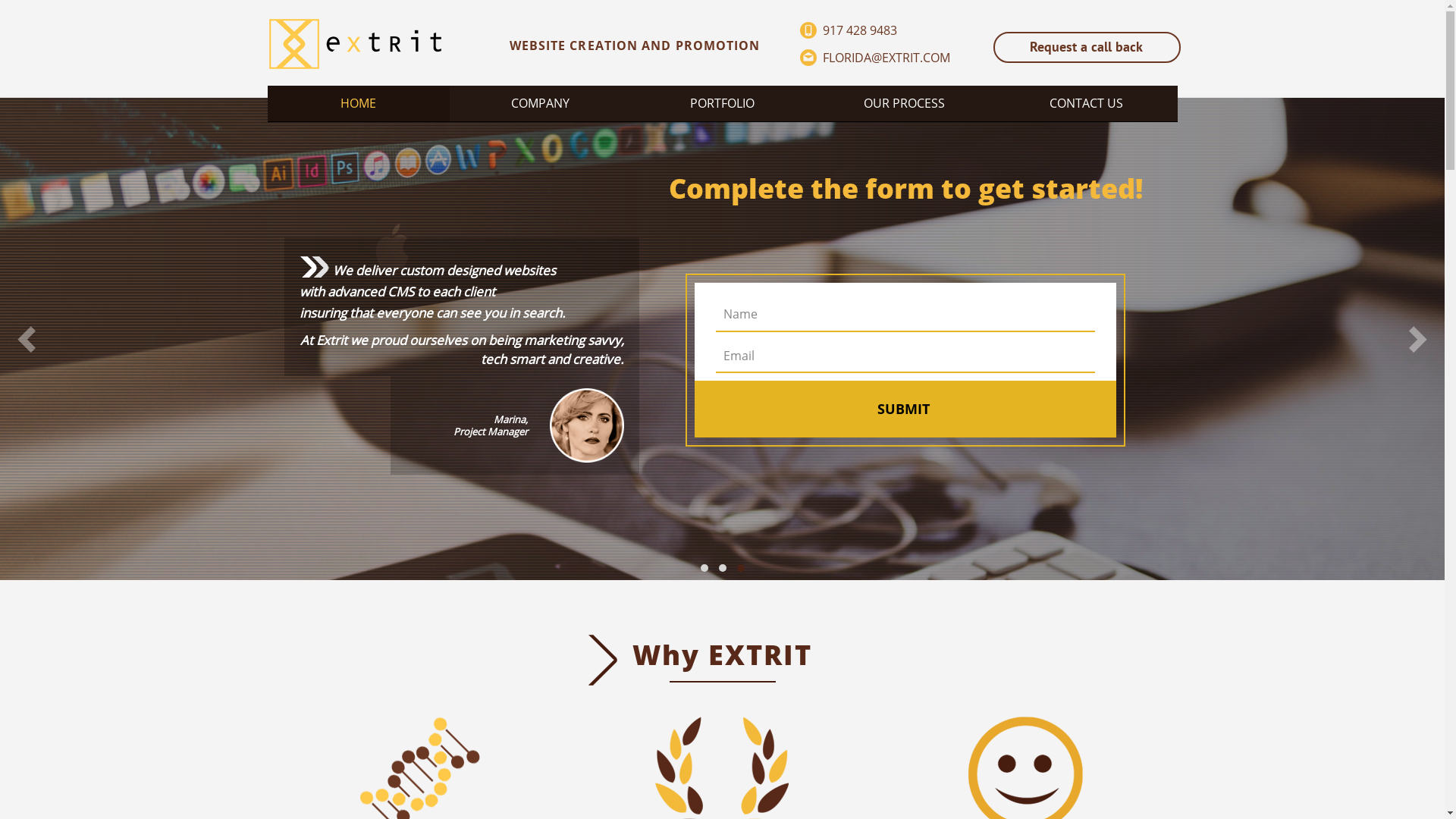  I want to click on 'Request a call back', so click(1086, 46).